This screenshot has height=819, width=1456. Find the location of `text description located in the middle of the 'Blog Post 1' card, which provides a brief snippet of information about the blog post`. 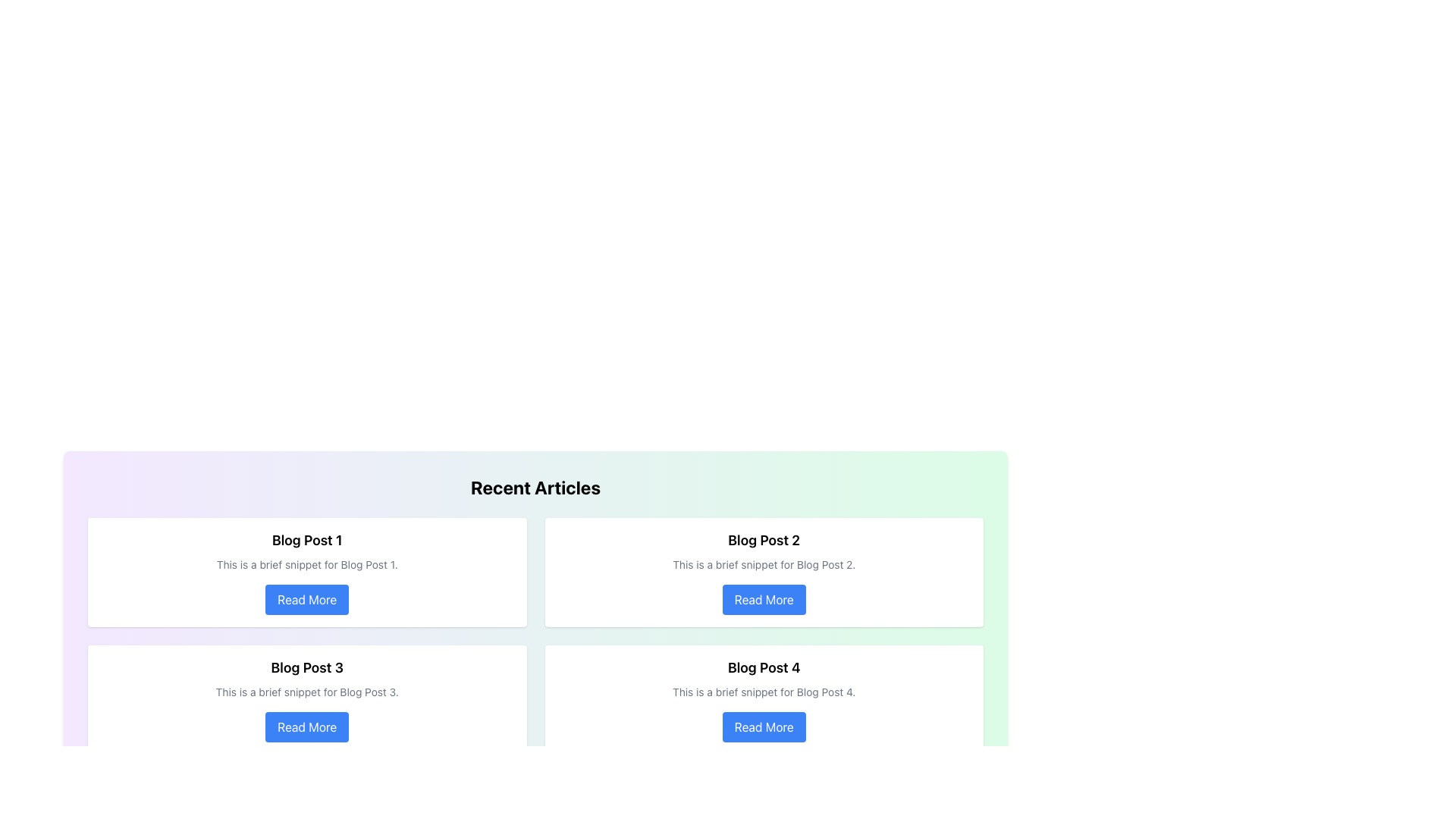

text description located in the middle of the 'Blog Post 1' card, which provides a brief snippet of information about the blog post is located at coordinates (306, 564).